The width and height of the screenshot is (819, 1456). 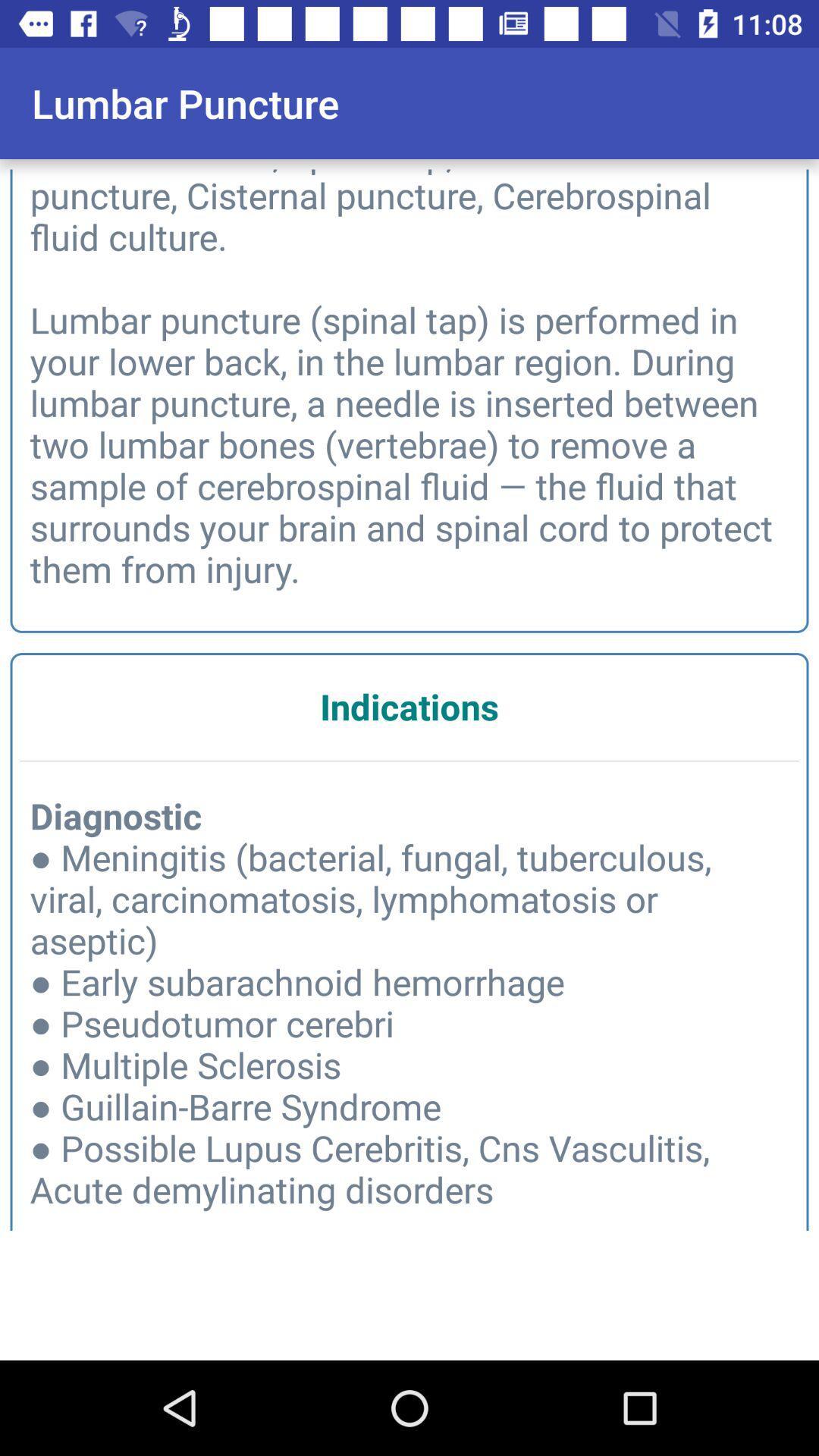 I want to click on other names spinal item, so click(x=409, y=376).